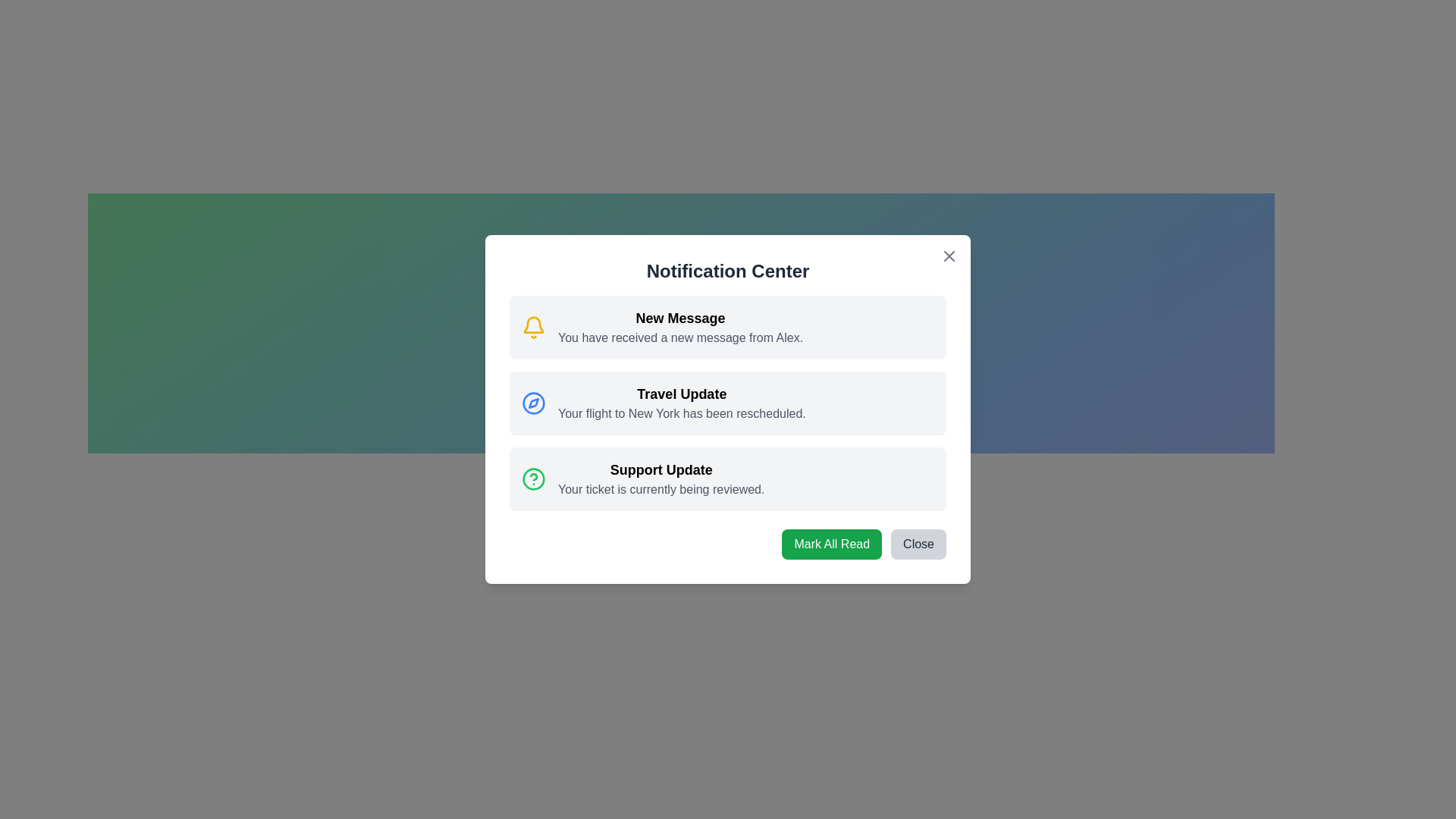  What do you see at coordinates (534, 403) in the screenshot?
I see `the blue outlined SVG Circle located within the compass icon in the Travel Update section of the Notification Center` at bounding box center [534, 403].